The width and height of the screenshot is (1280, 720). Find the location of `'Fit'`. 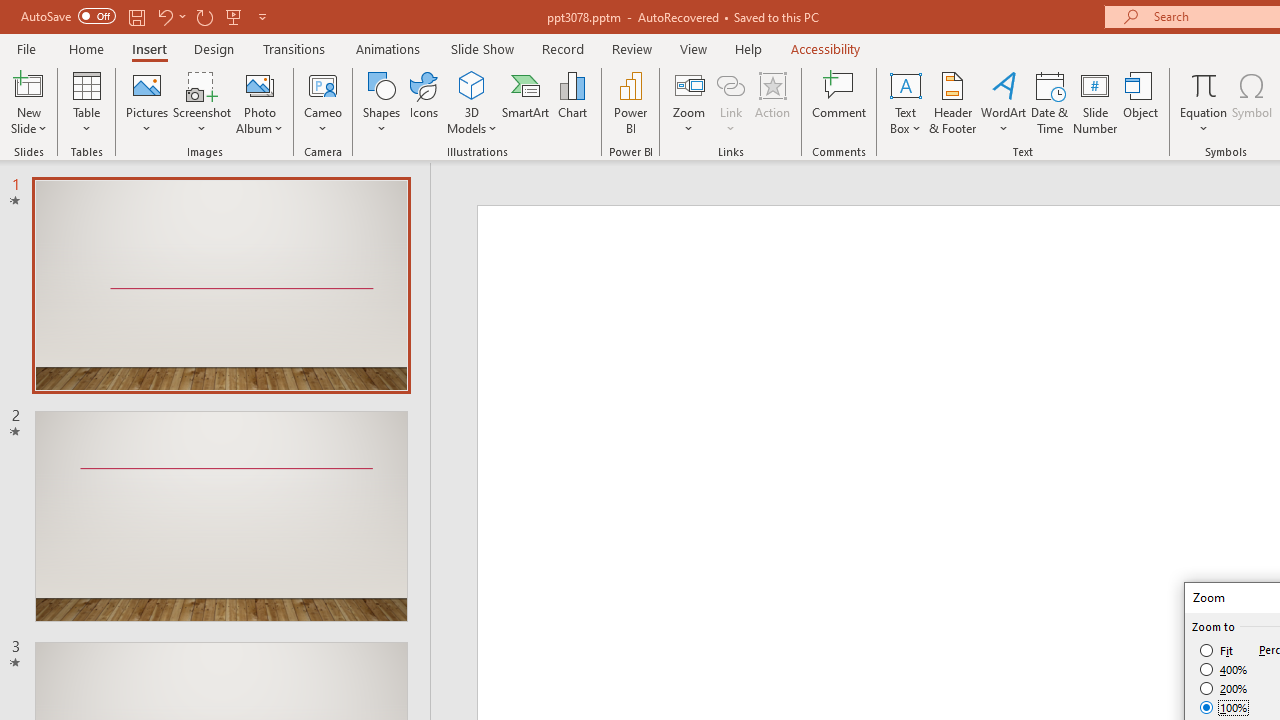

'Fit' is located at coordinates (1216, 650).